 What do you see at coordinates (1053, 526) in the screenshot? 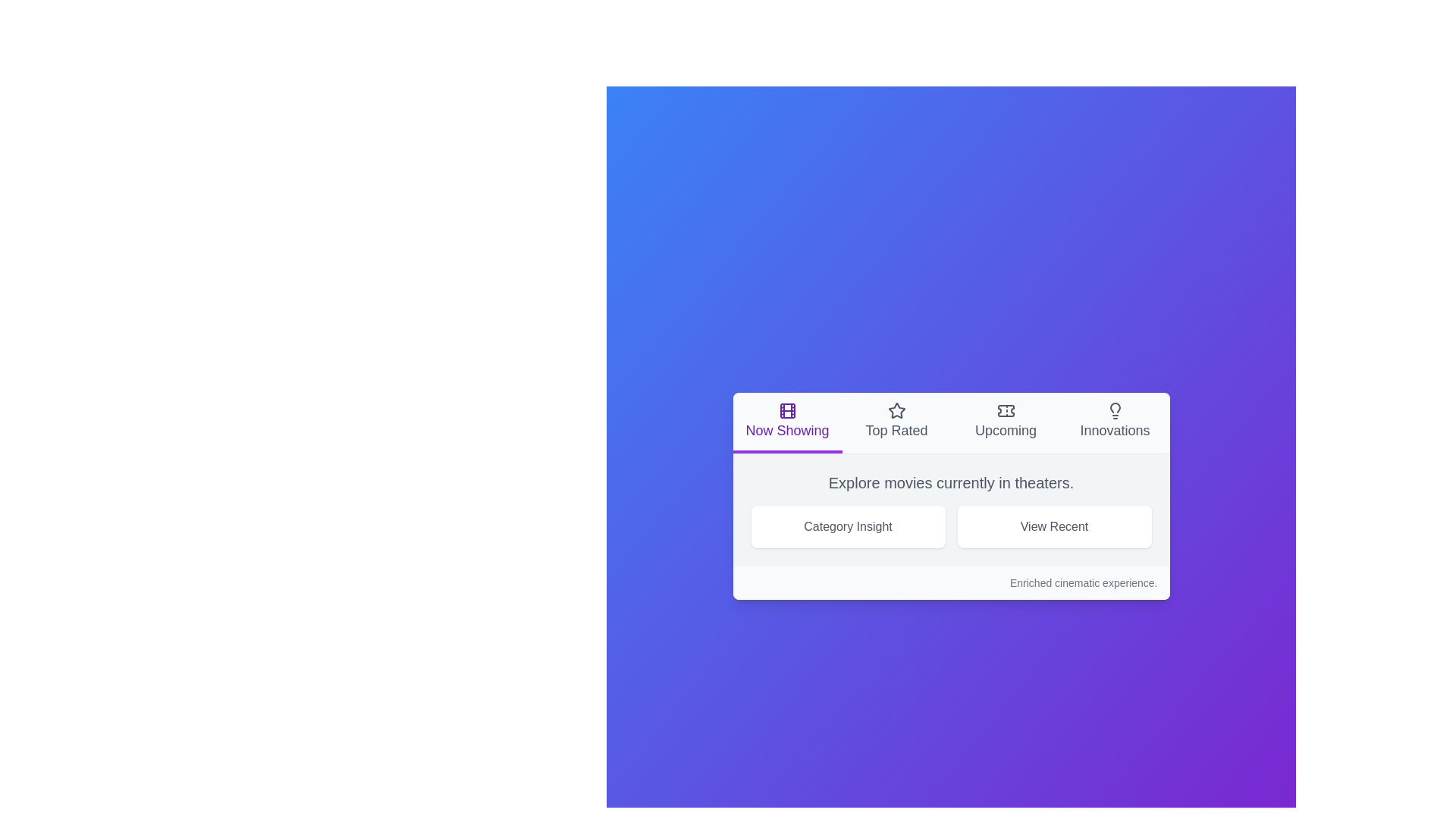
I see `the second button` at bounding box center [1053, 526].